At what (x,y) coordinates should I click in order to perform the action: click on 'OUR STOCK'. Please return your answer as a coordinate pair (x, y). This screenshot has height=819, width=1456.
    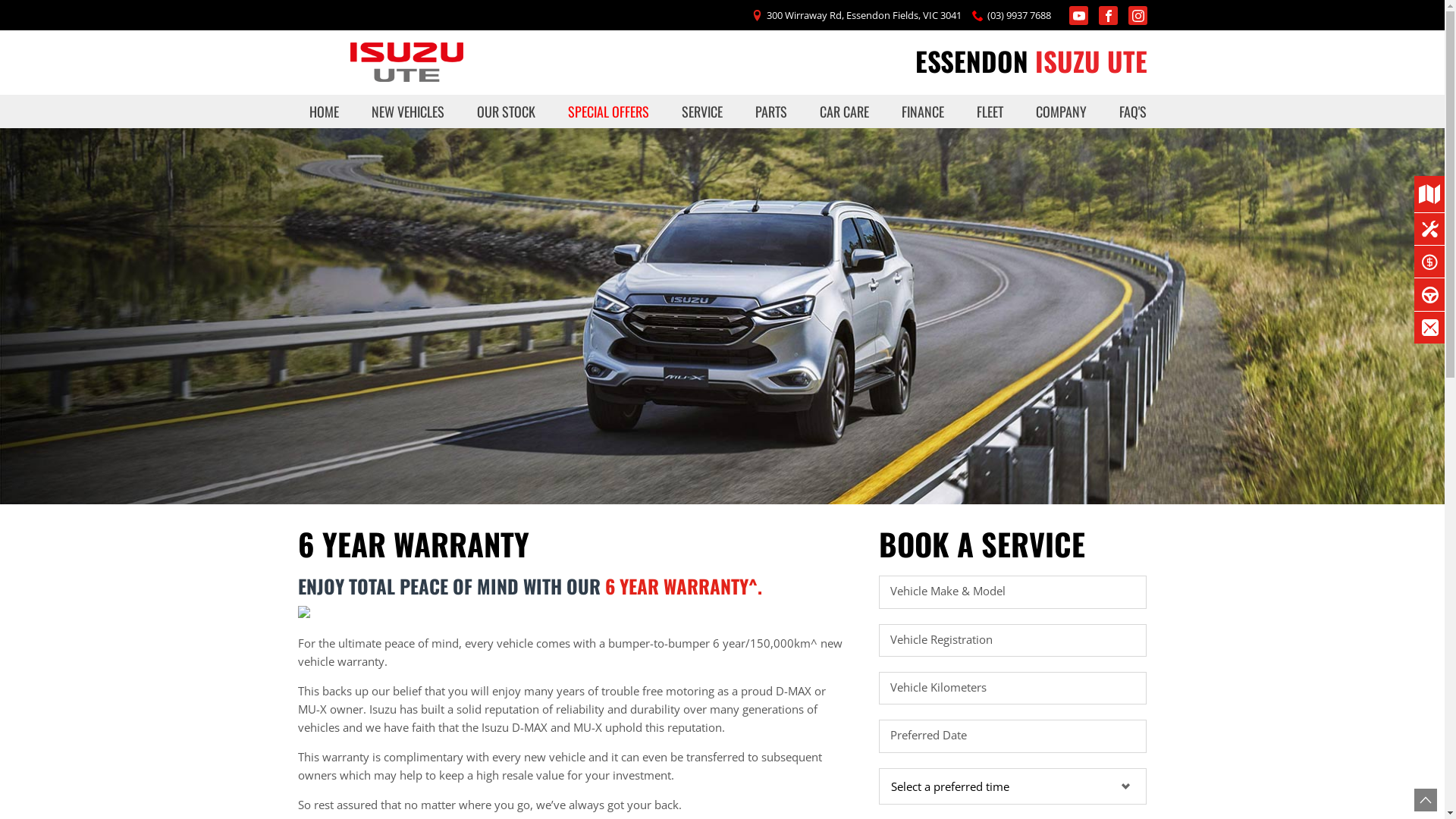
    Looking at the image, I should click on (506, 110).